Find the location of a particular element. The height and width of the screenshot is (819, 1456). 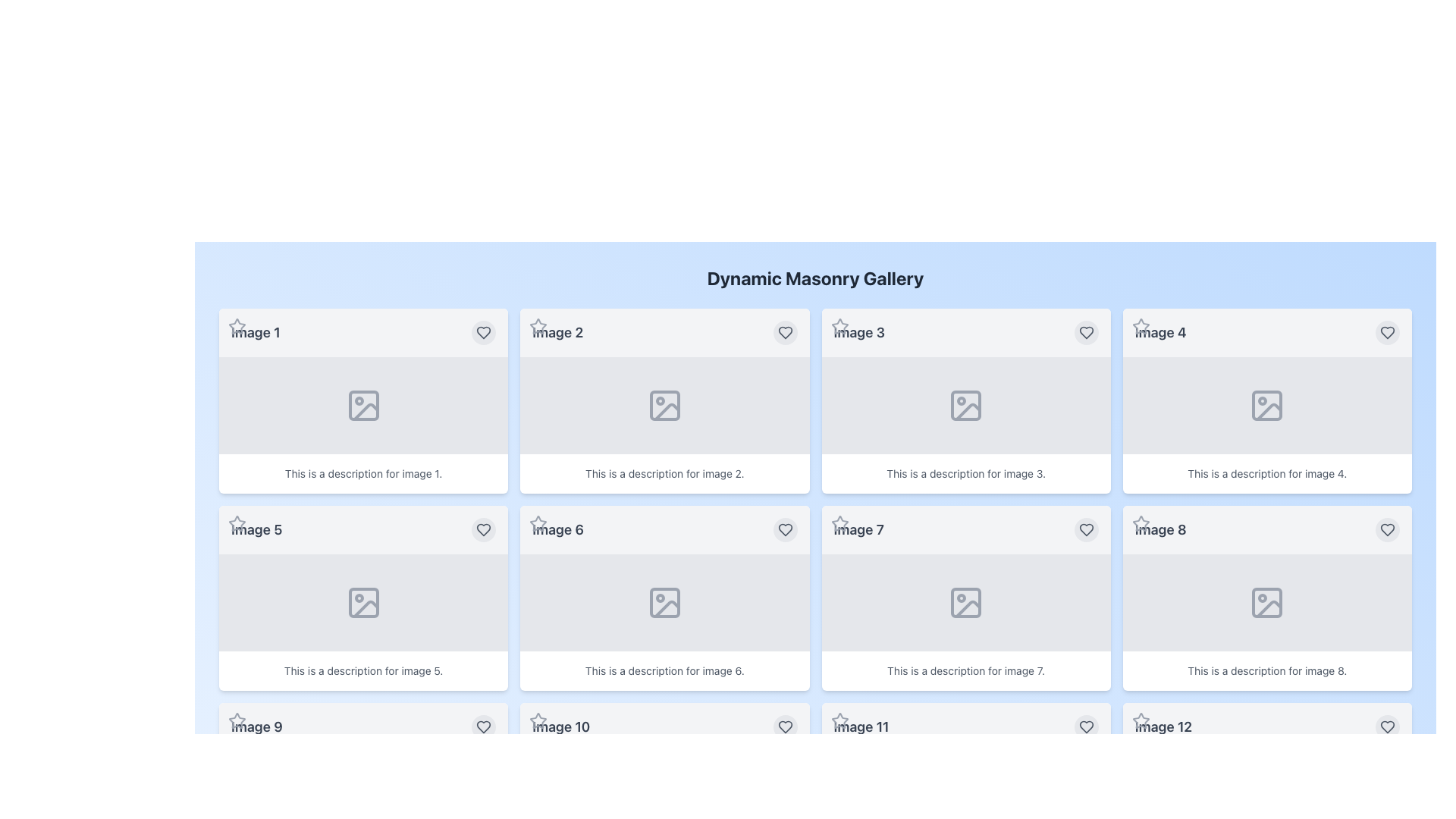

the favorite icon button located at the top left corner of the 'Image 7' card to observe visual changes is located at coordinates (839, 522).